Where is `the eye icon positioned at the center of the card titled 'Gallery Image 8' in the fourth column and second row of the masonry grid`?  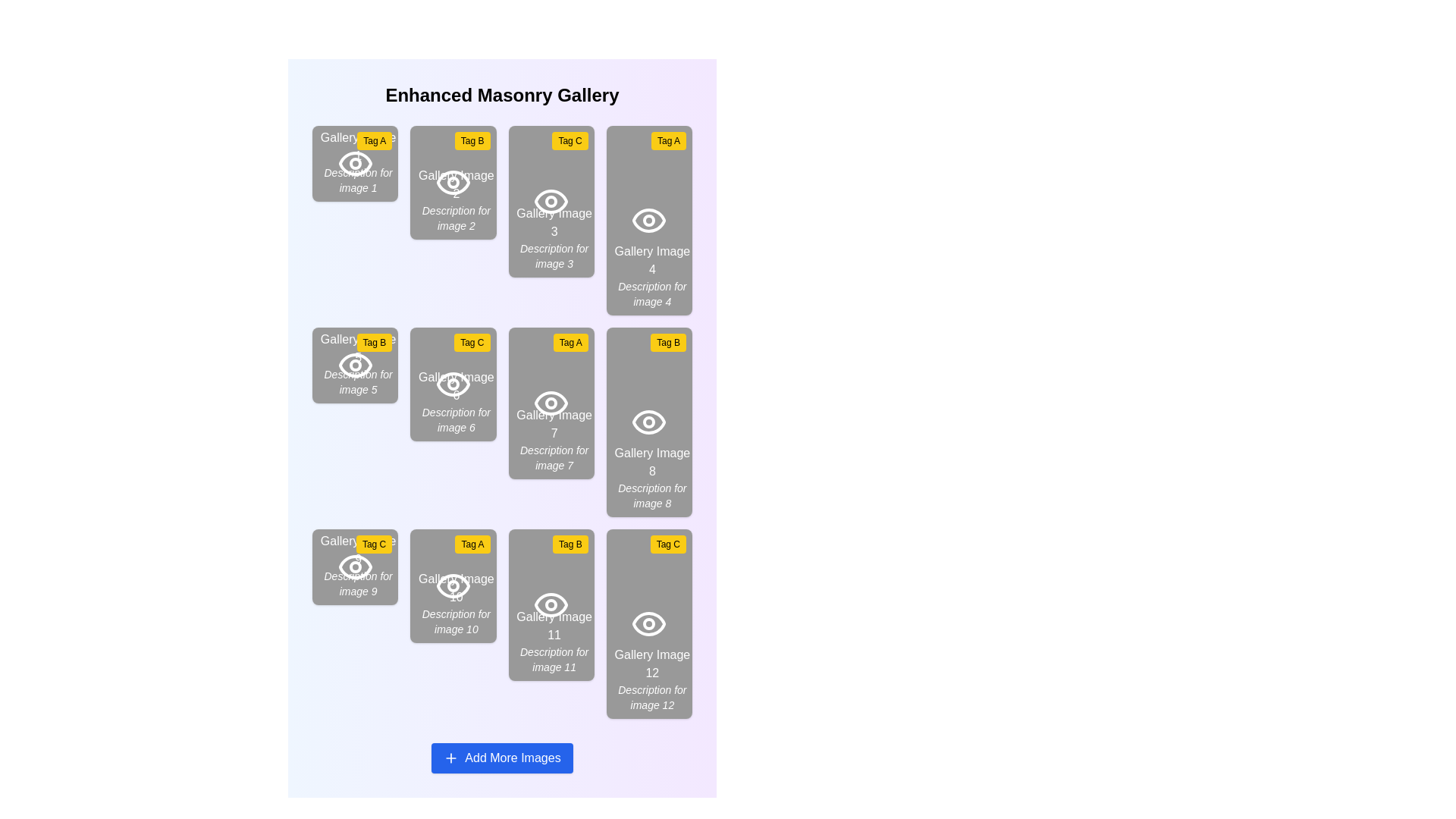 the eye icon positioned at the center of the card titled 'Gallery Image 8' in the fourth column and second row of the masonry grid is located at coordinates (649, 422).